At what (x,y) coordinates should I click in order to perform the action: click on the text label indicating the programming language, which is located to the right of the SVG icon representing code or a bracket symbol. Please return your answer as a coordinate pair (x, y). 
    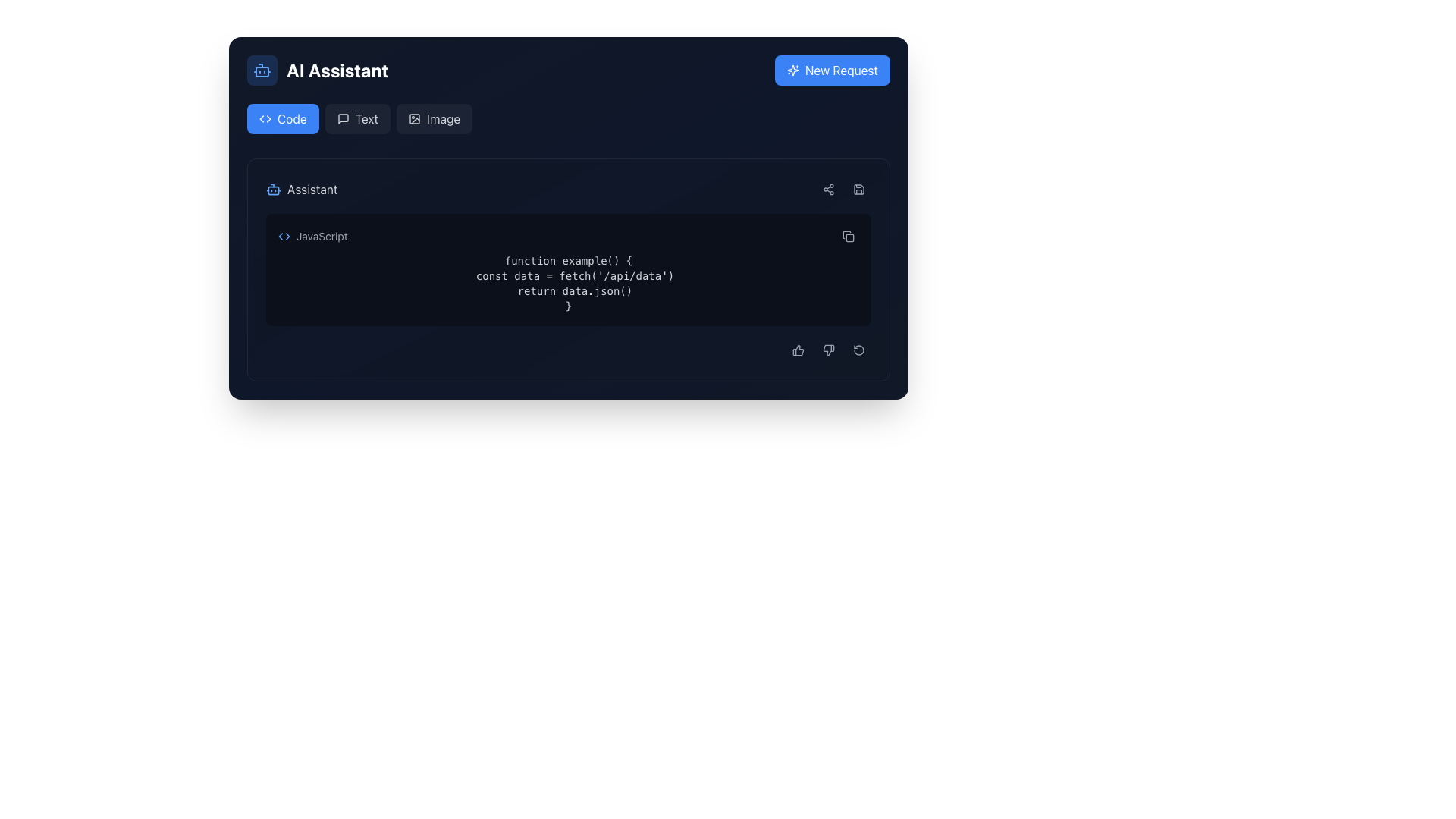
    Looking at the image, I should click on (321, 237).